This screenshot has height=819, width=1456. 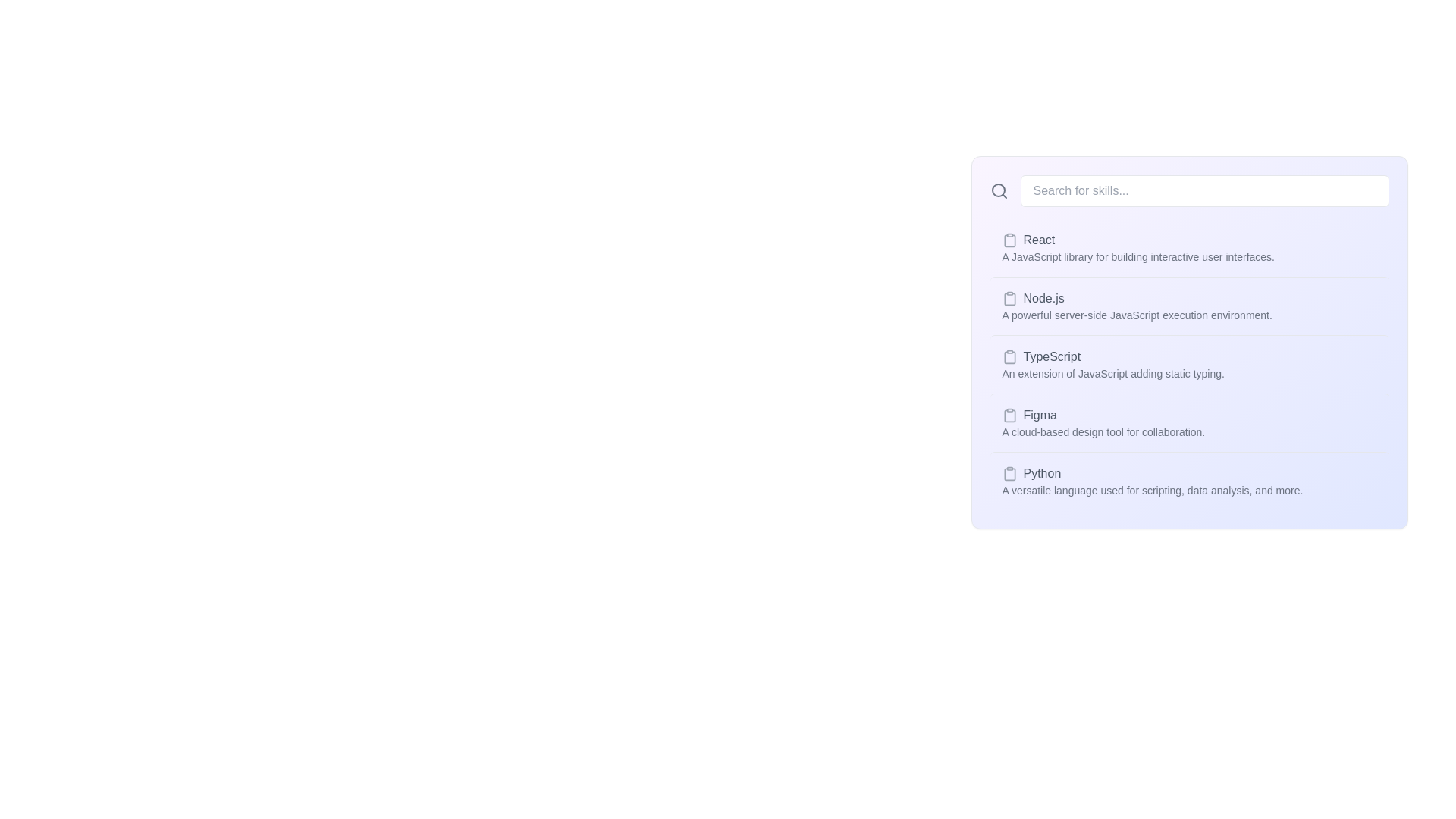 I want to click on the 'Node.js' text label, so click(x=1043, y=298).